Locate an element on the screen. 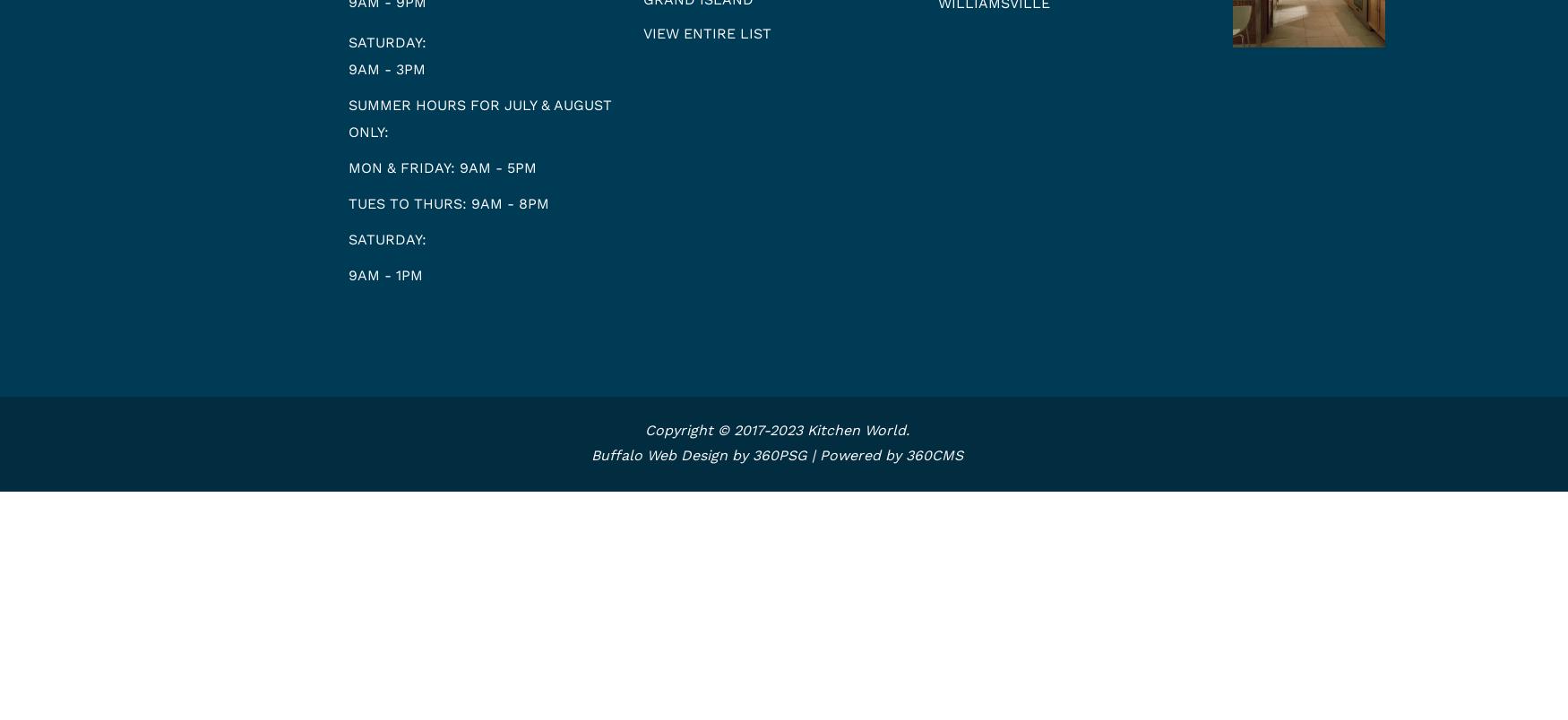 This screenshot has width=1568, height=720. '9am - 3pm' is located at coordinates (385, 68).